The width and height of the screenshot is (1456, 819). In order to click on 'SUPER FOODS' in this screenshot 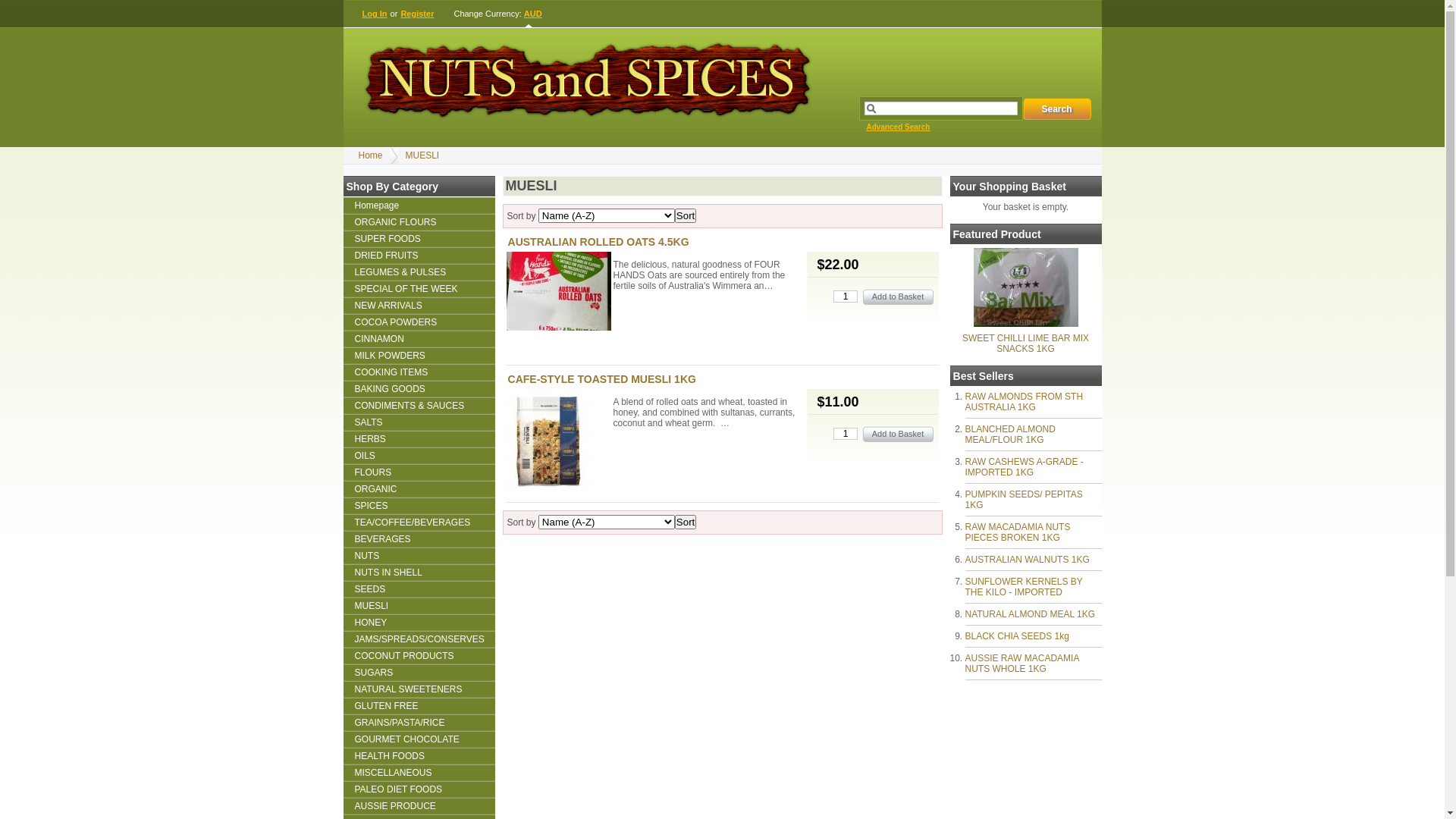, I will do `click(419, 239)`.